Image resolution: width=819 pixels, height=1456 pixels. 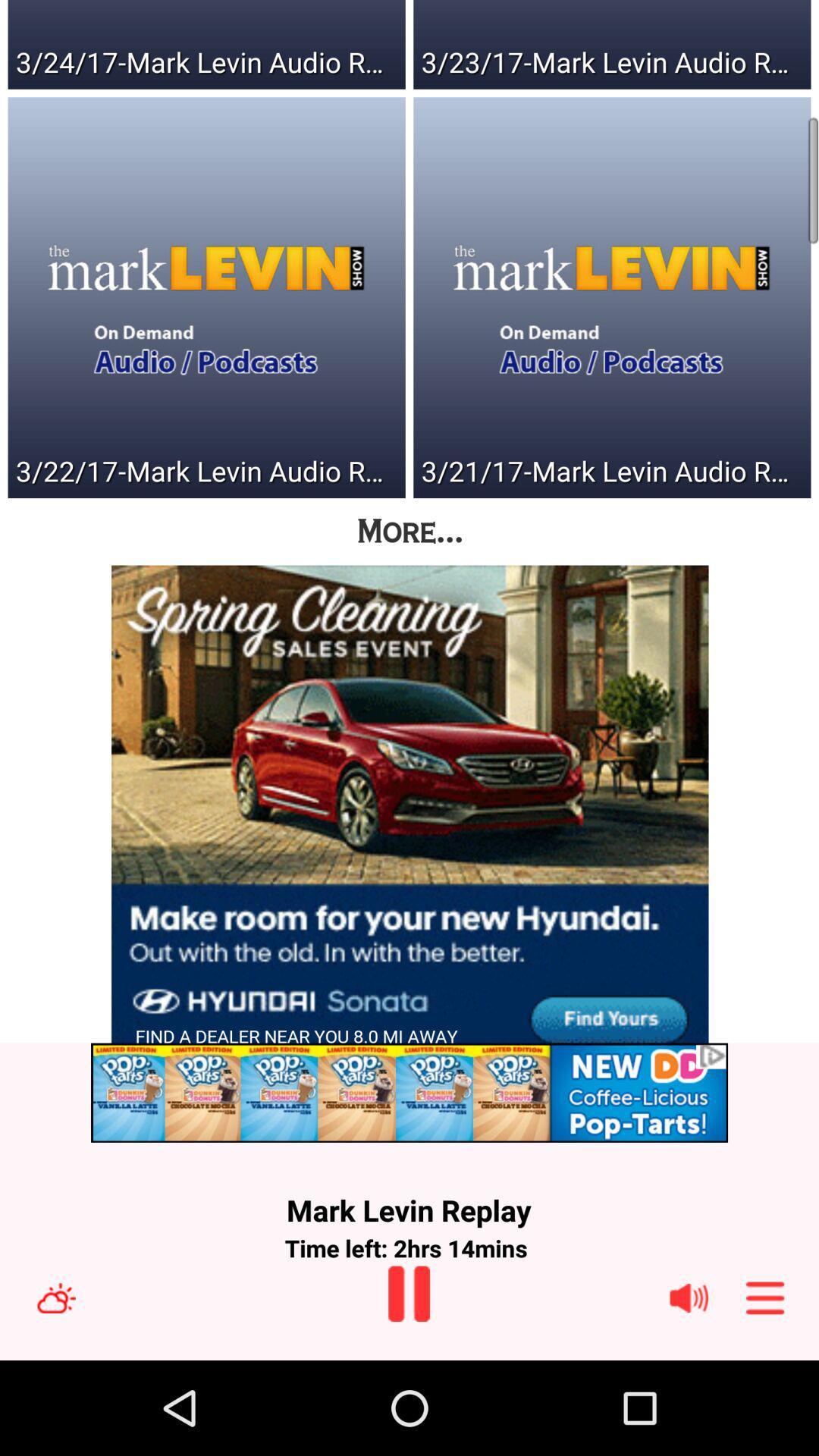 I want to click on volume, so click(x=689, y=1297).